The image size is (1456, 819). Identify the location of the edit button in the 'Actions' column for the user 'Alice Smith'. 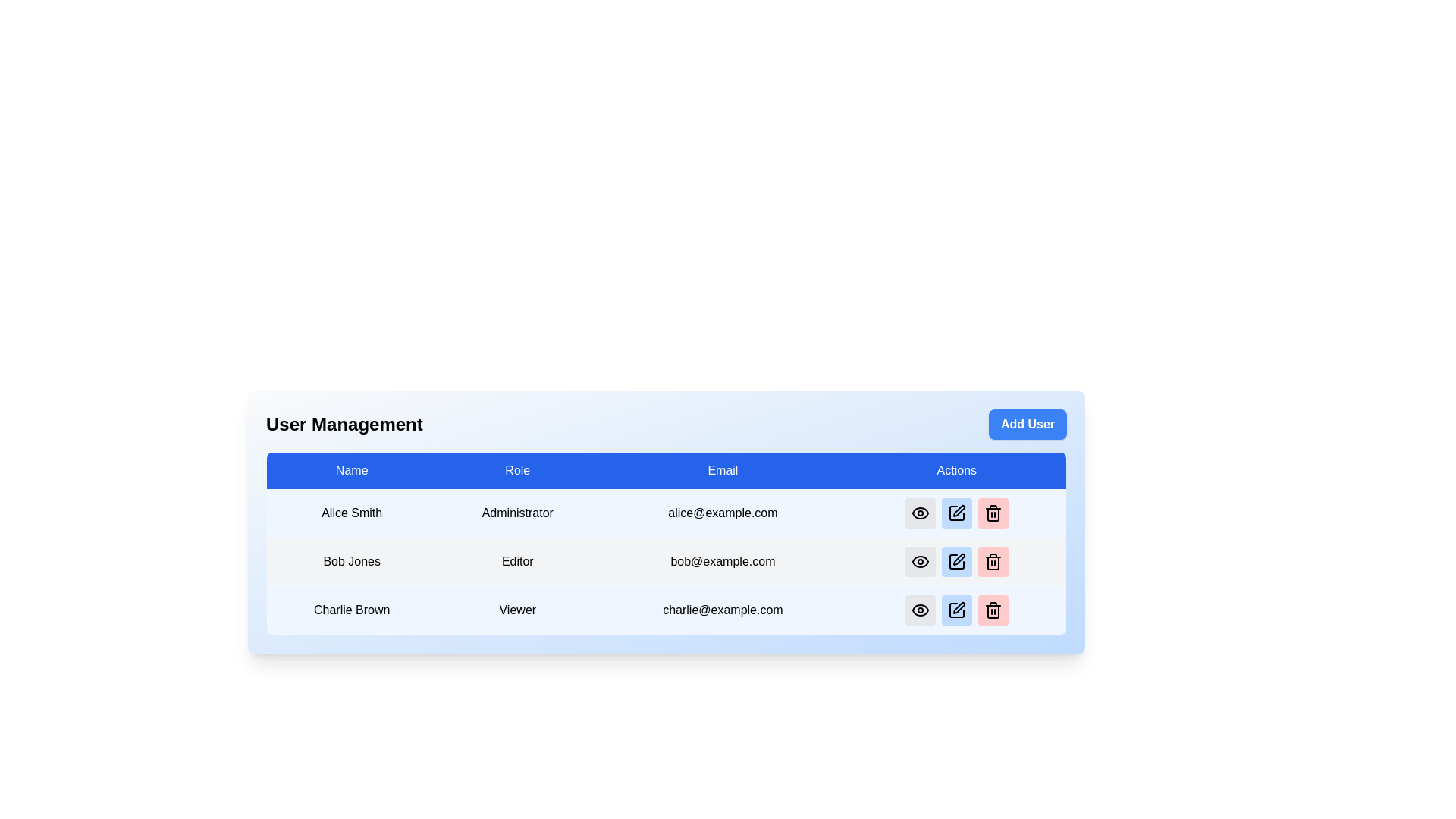
(956, 513).